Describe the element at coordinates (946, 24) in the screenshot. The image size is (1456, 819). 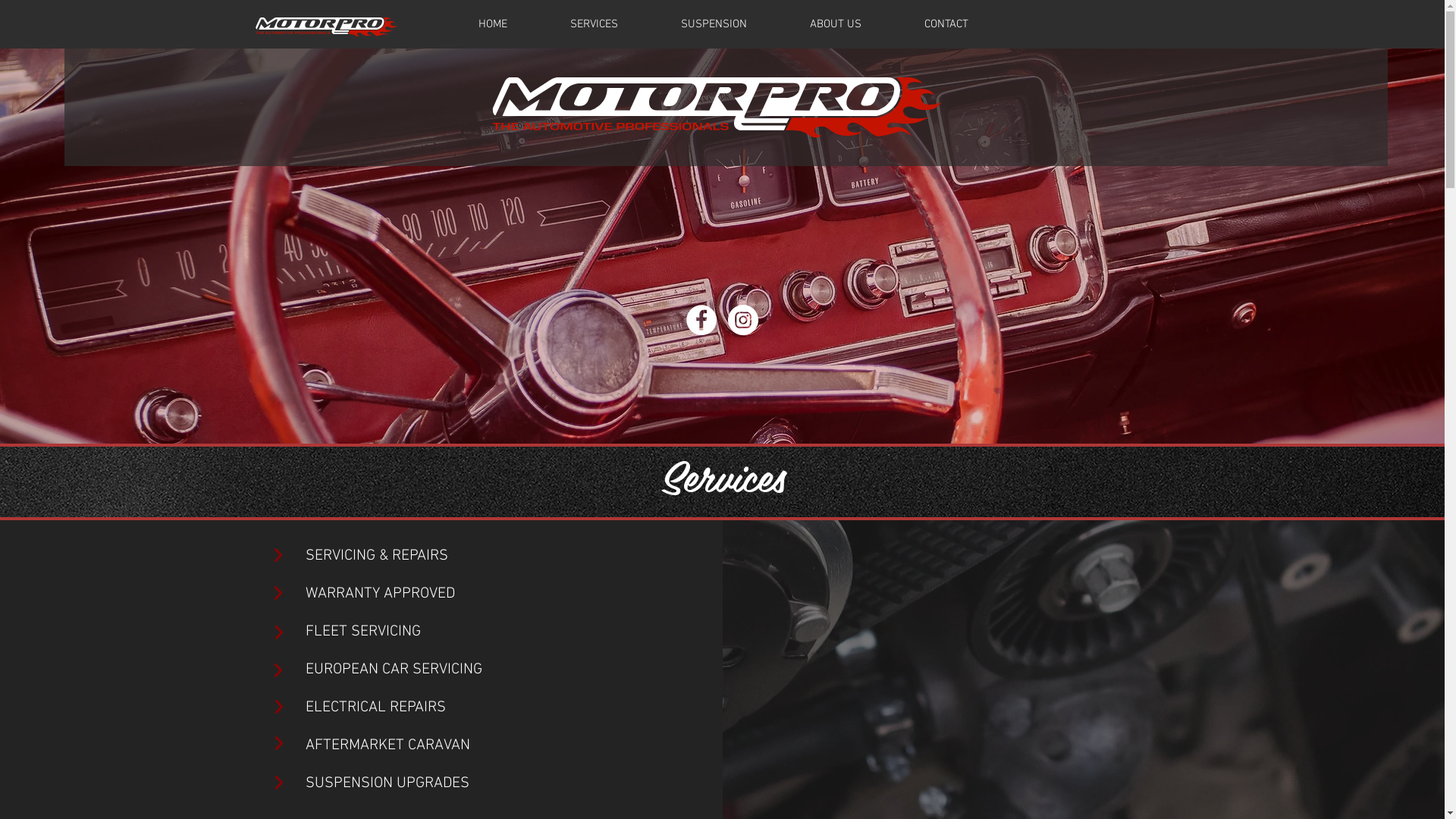
I see `'CONTACT'` at that location.